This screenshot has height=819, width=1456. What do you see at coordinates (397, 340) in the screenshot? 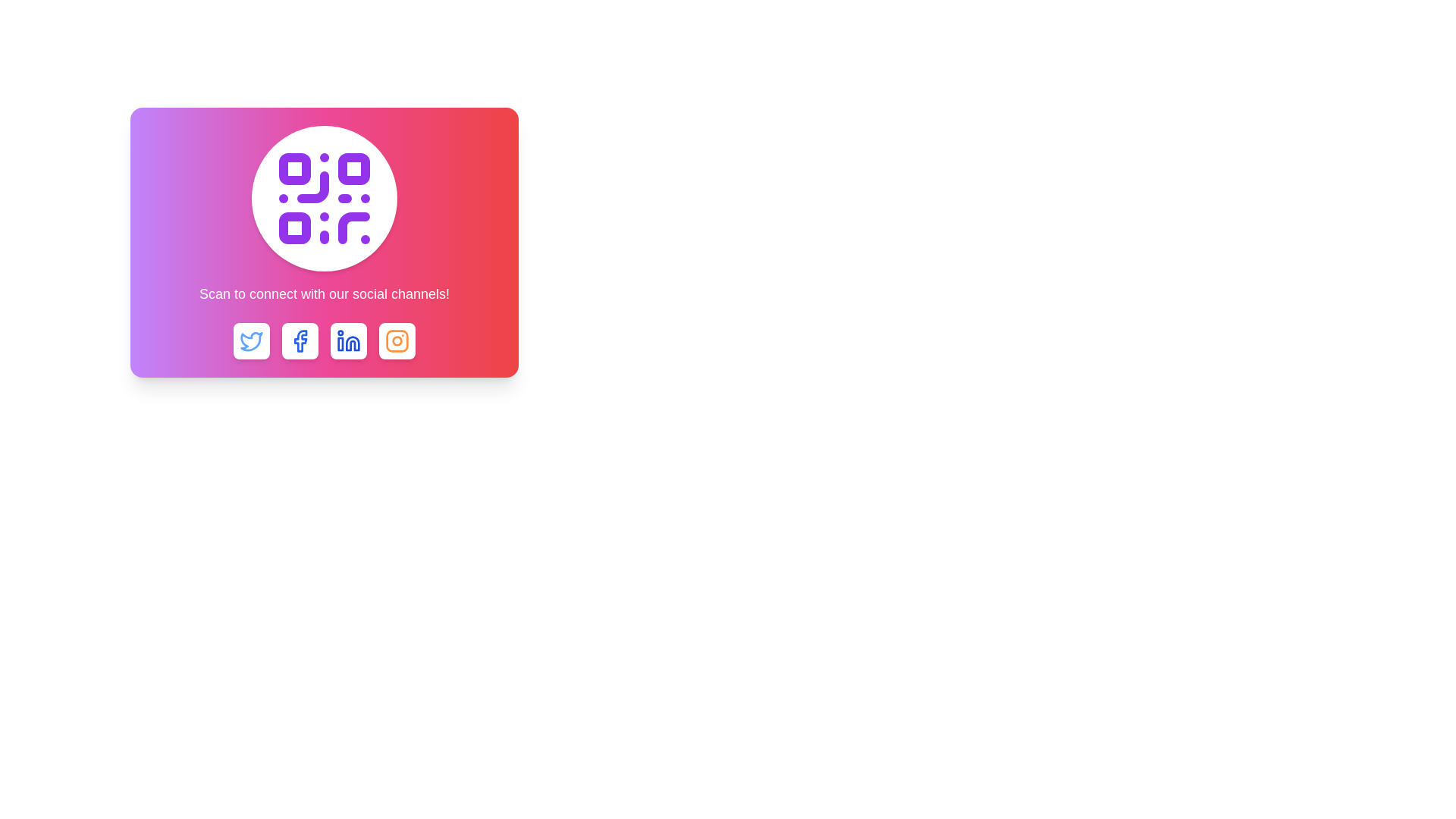
I see `the circular pattern inside the orange Instagram logo, which is located to the far right among a row of social media icons` at bounding box center [397, 340].